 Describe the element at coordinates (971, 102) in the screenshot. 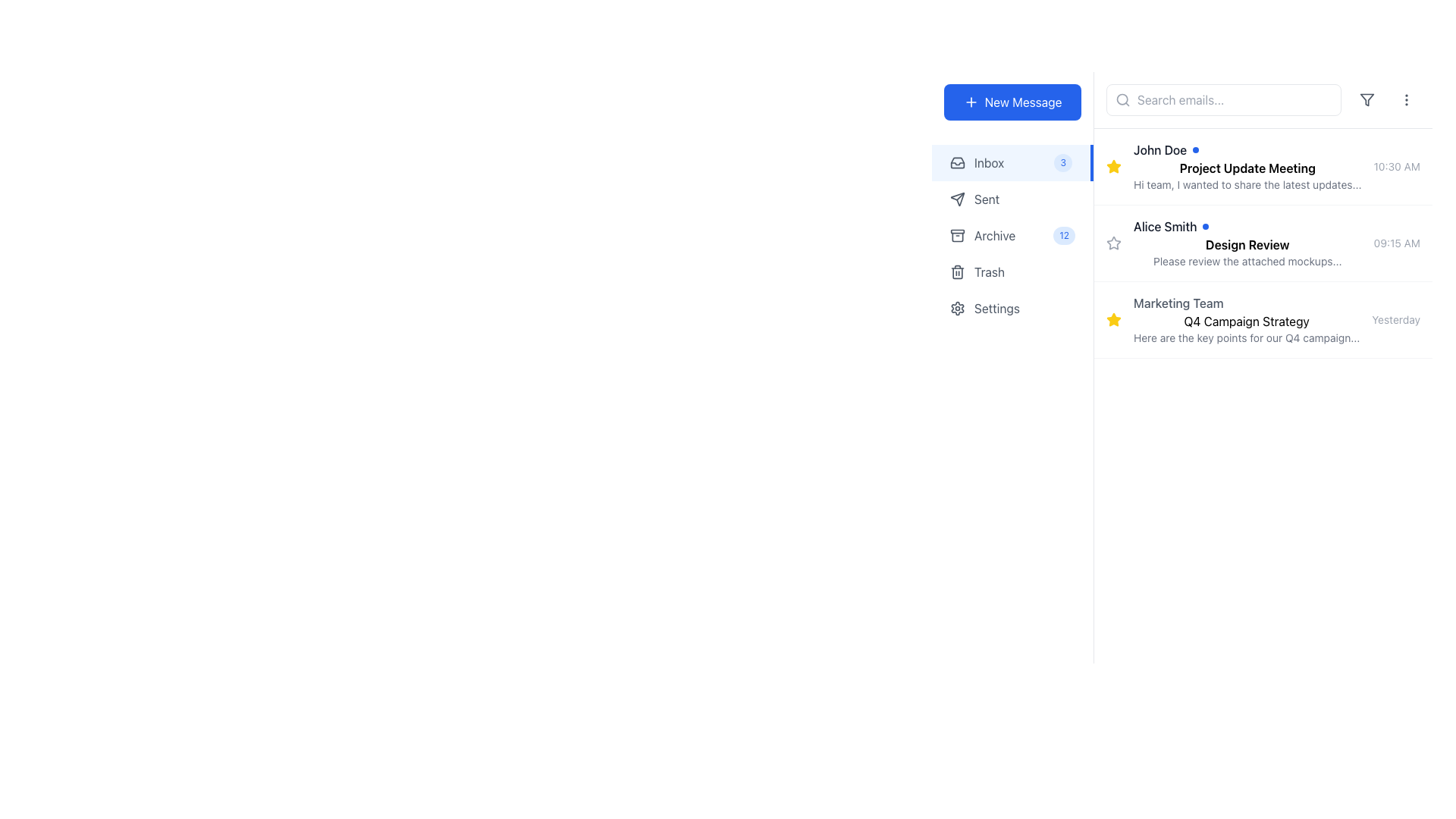

I see `the plus sign icon within the 'New Message' button` at that location.